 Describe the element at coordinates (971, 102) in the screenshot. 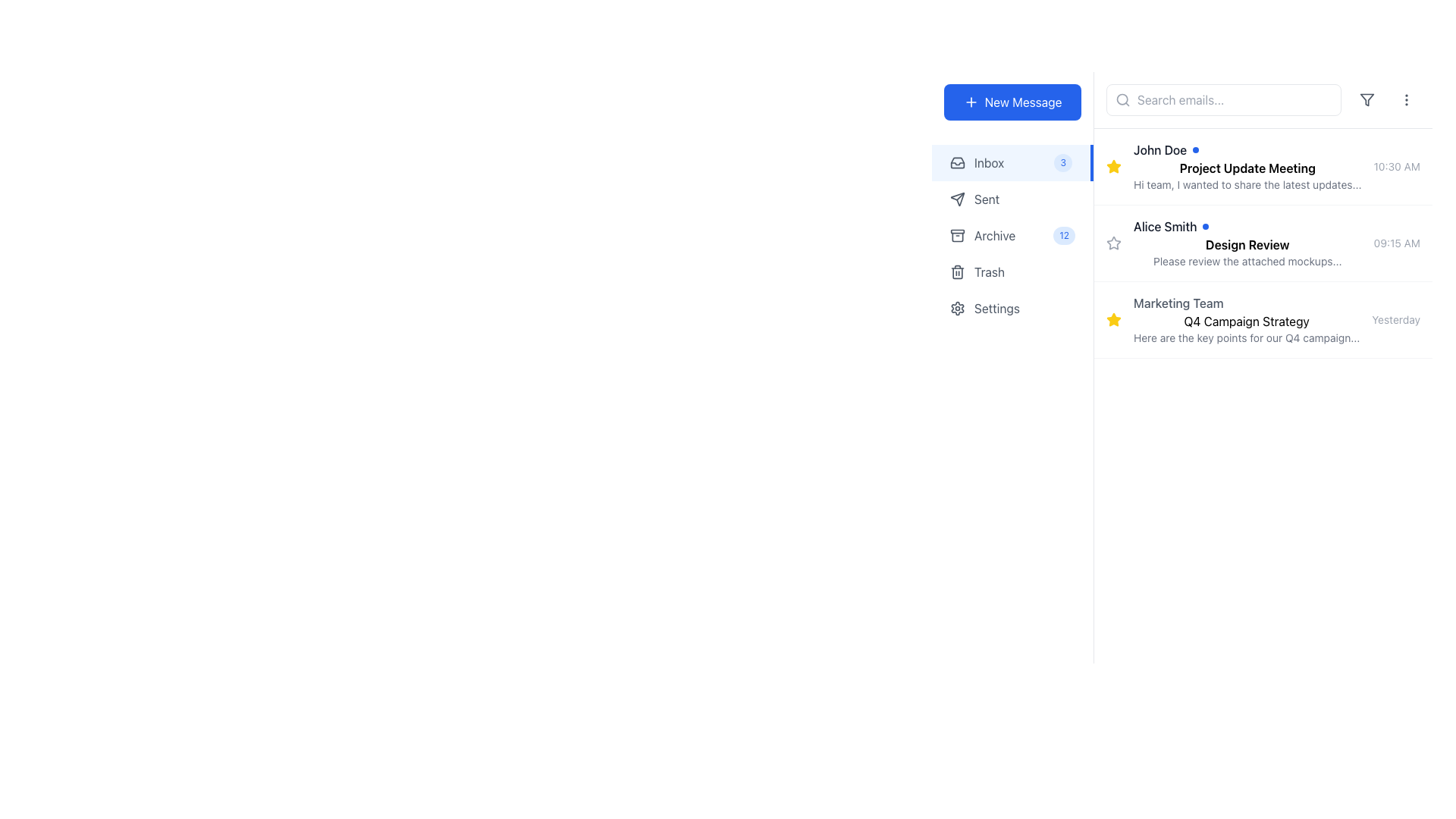

I see `the plus sign icon within the 'New Message' button` at that location.